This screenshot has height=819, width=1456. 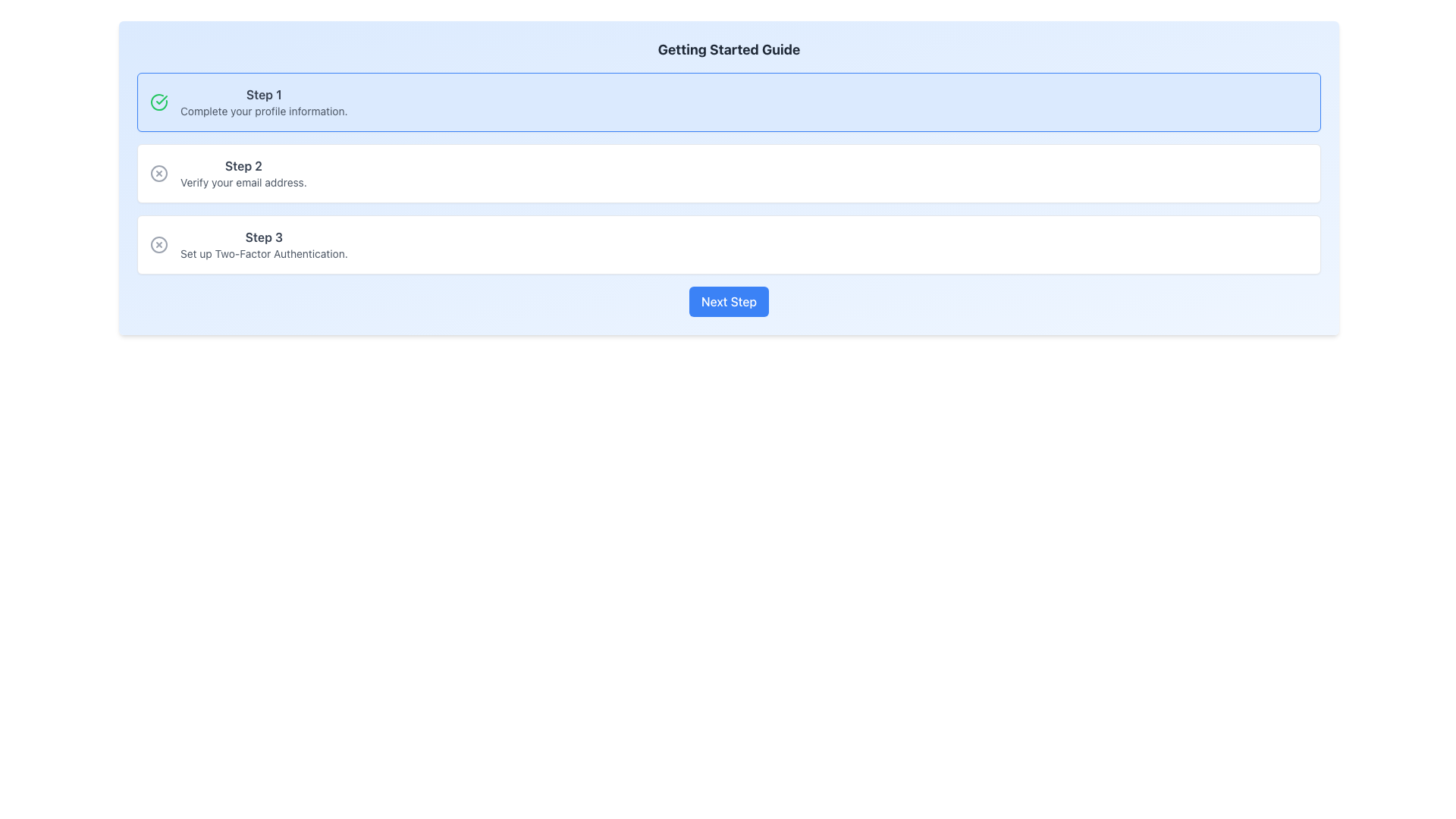 What do you see at coordinates (264, 94) in the screenshot?
I see `the 'Step 1' text label element, which displays in bold gray font and is located at the top of a blue box indicating profile completion` at bounding box center [264, 94].